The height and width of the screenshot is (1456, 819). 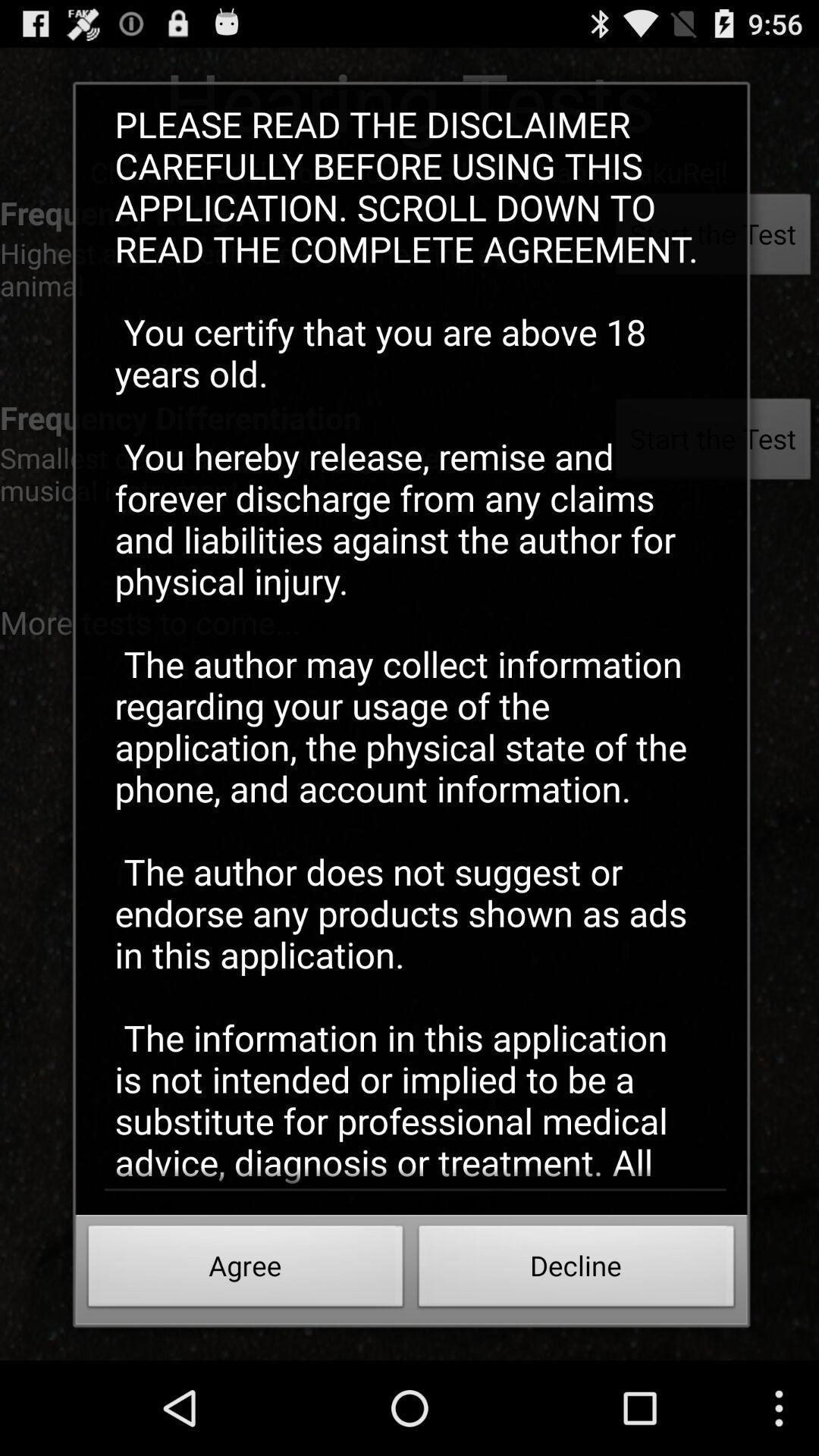 I want to click on button at the bottom right corner, so click(x=576, y=1270).